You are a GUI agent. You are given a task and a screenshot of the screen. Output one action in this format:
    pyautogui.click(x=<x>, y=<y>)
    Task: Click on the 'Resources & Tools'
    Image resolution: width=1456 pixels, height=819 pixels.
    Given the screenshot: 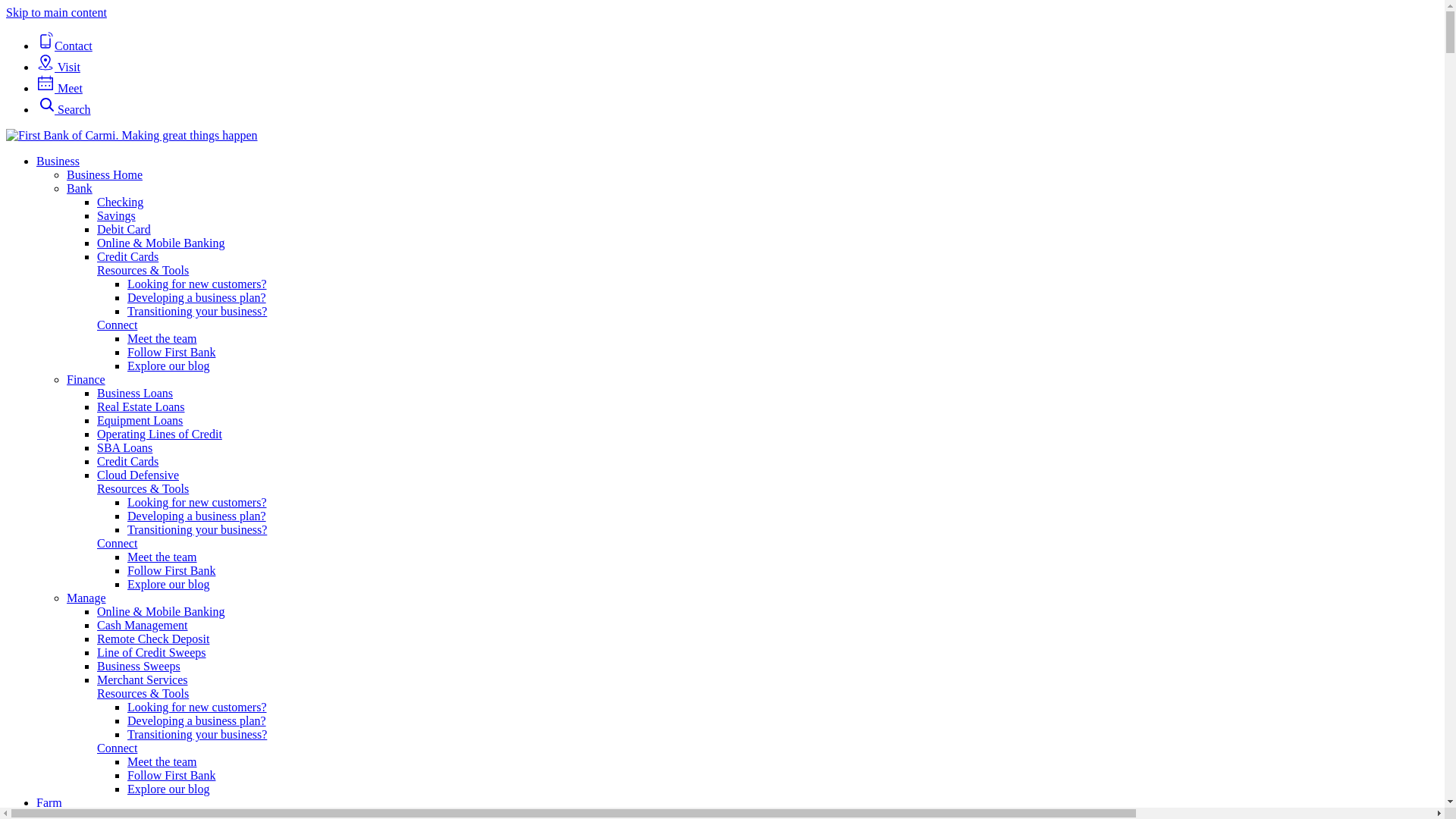 What is the action you would take?
    pyautogui.click(x=143, y=693)
    